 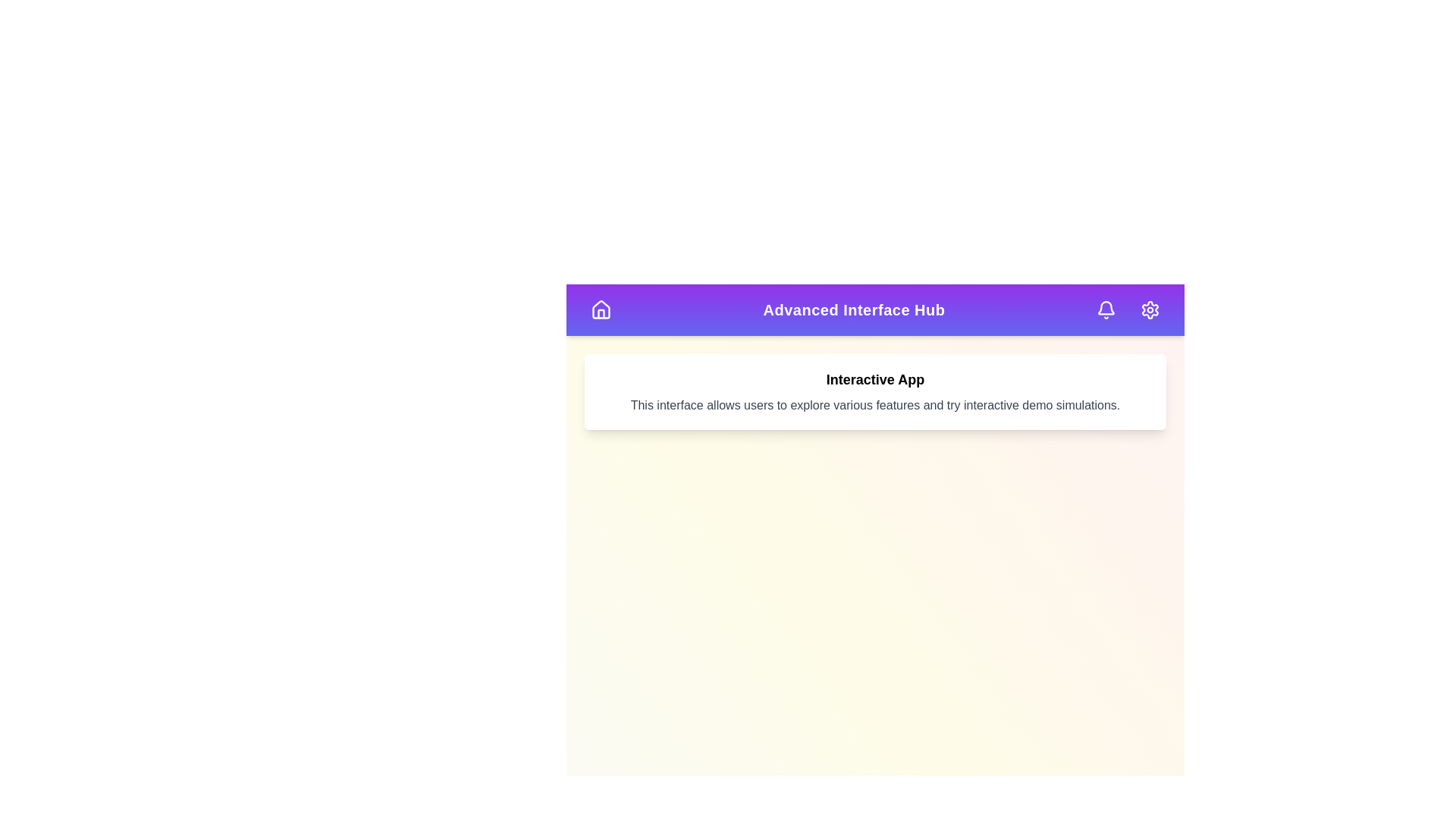 I want to click on the settings button to access configuration options, so click(x=1150, y=309).